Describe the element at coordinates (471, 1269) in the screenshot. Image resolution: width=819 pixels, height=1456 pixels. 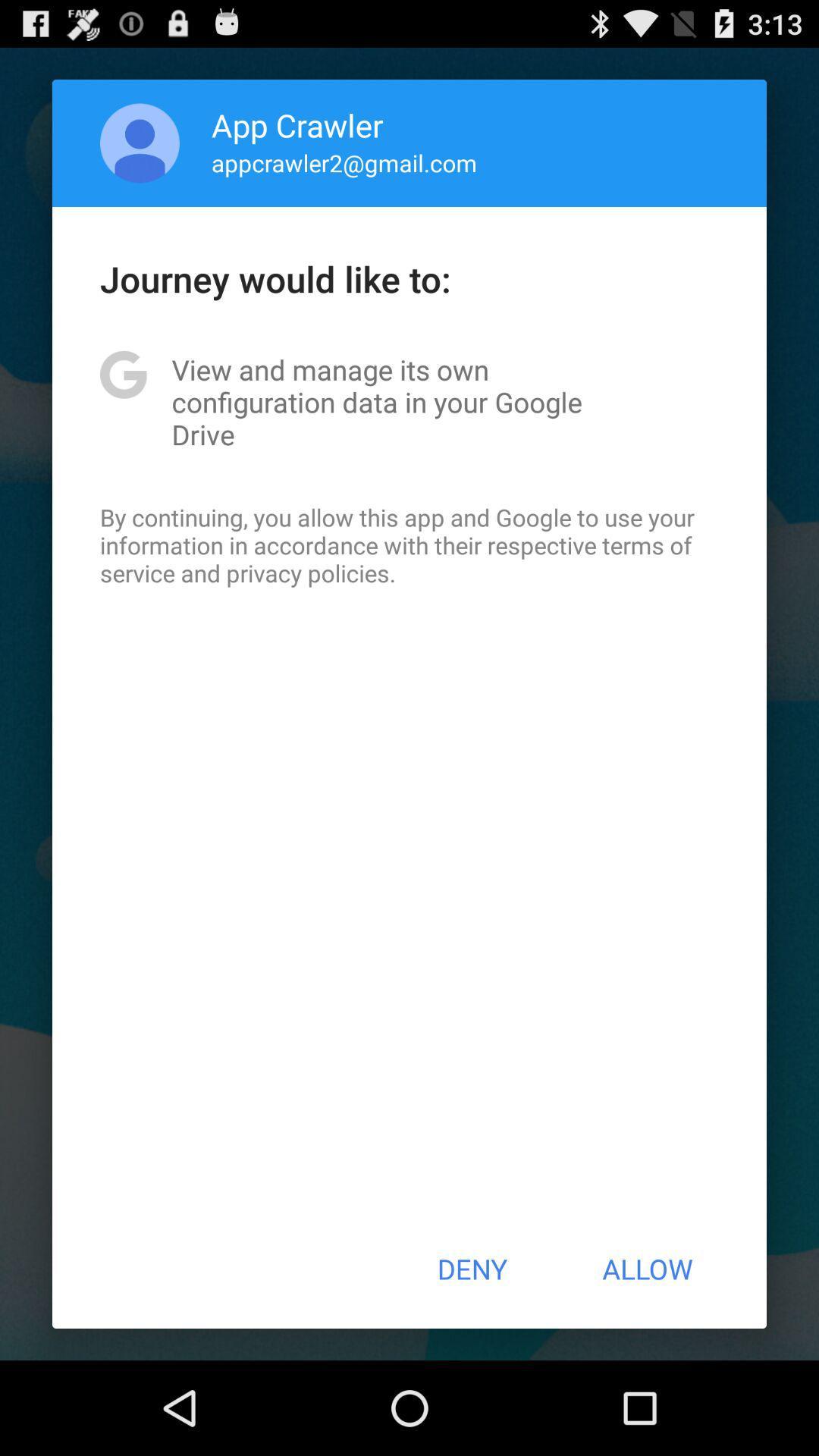
I see `deny button` at that location.